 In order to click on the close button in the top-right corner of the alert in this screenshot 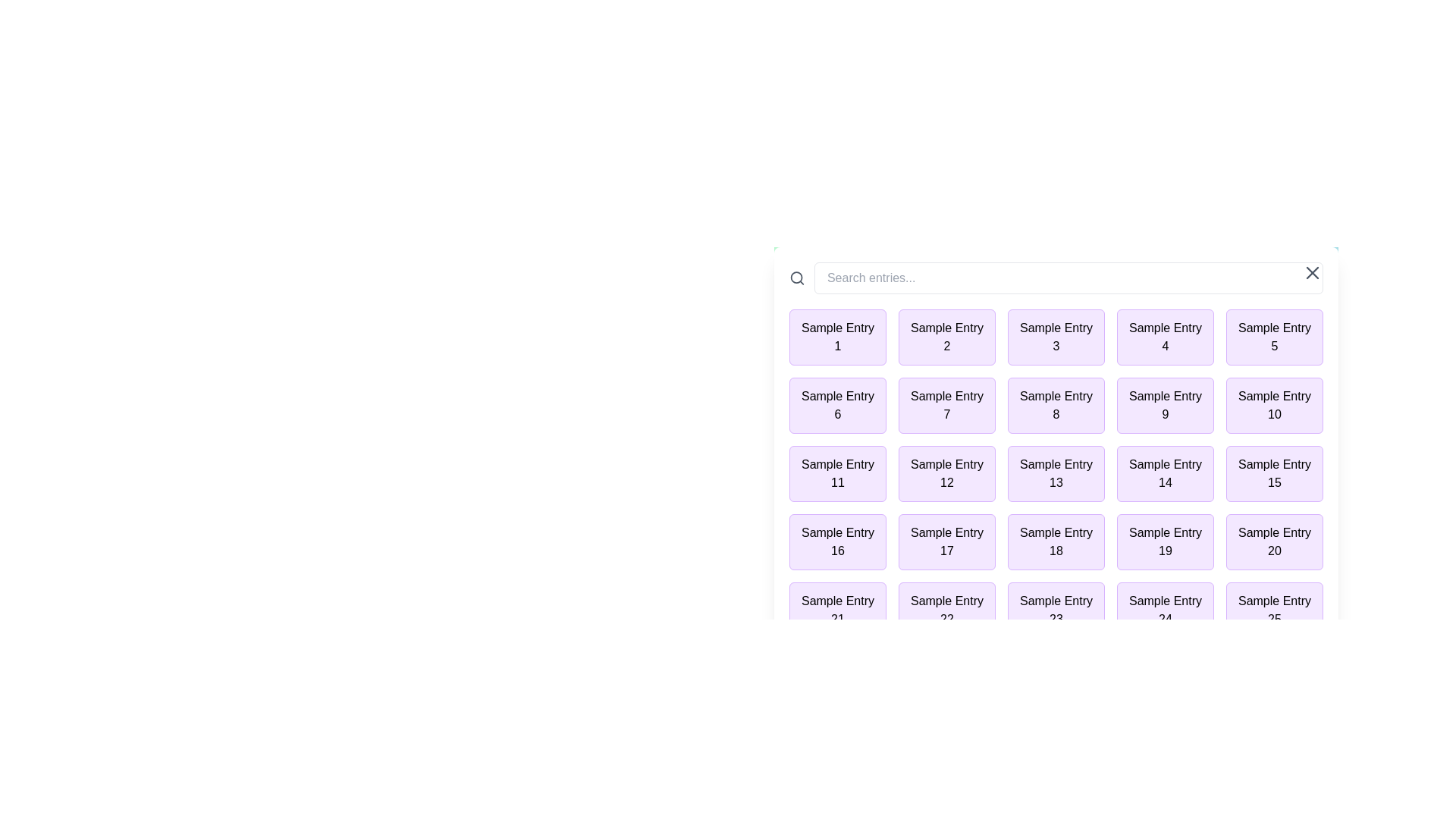, I will do `click(1312, 271)`.